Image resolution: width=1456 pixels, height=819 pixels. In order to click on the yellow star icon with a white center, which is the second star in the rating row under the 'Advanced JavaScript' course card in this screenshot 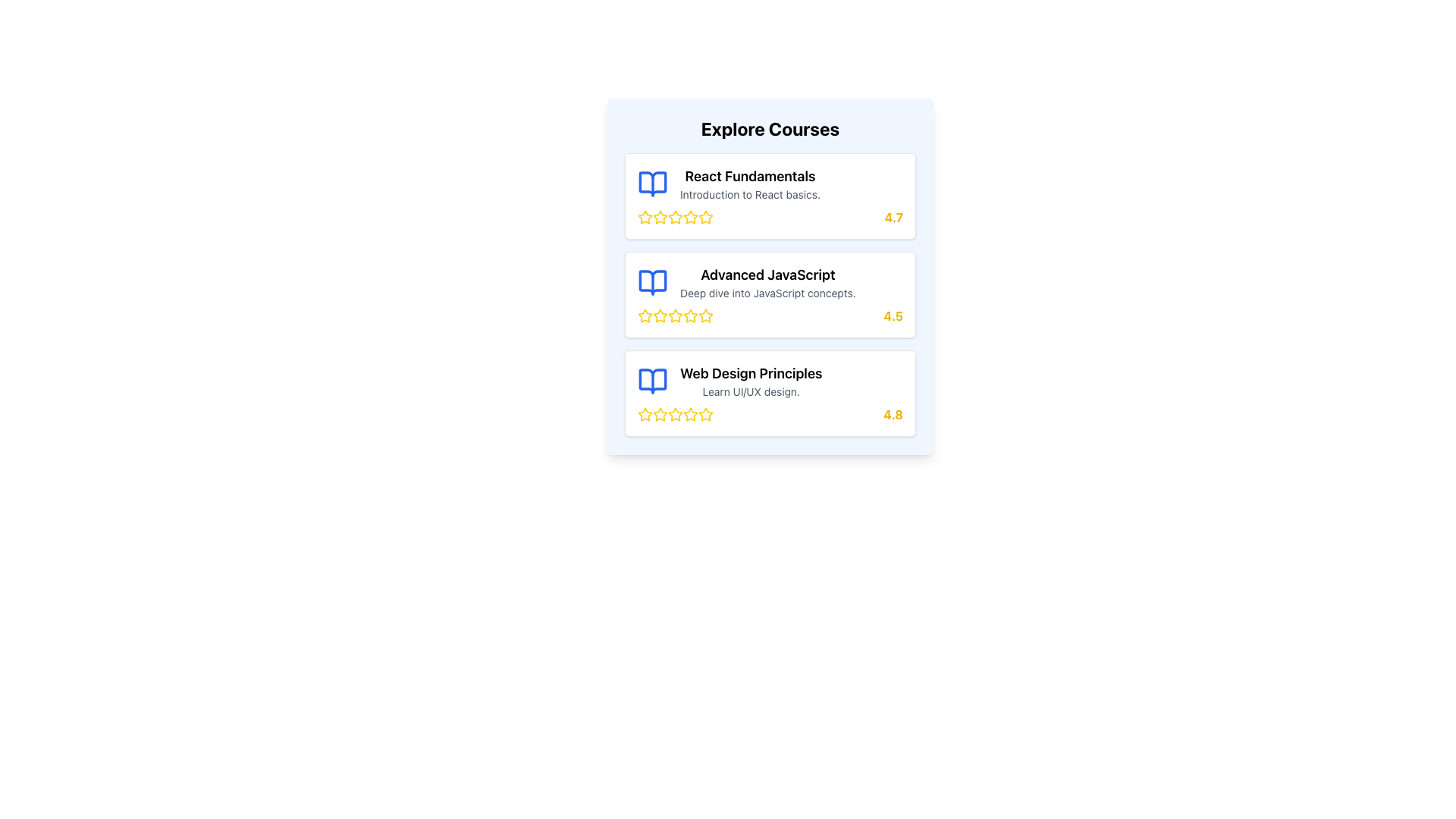, I will do `click(645, 315)`.